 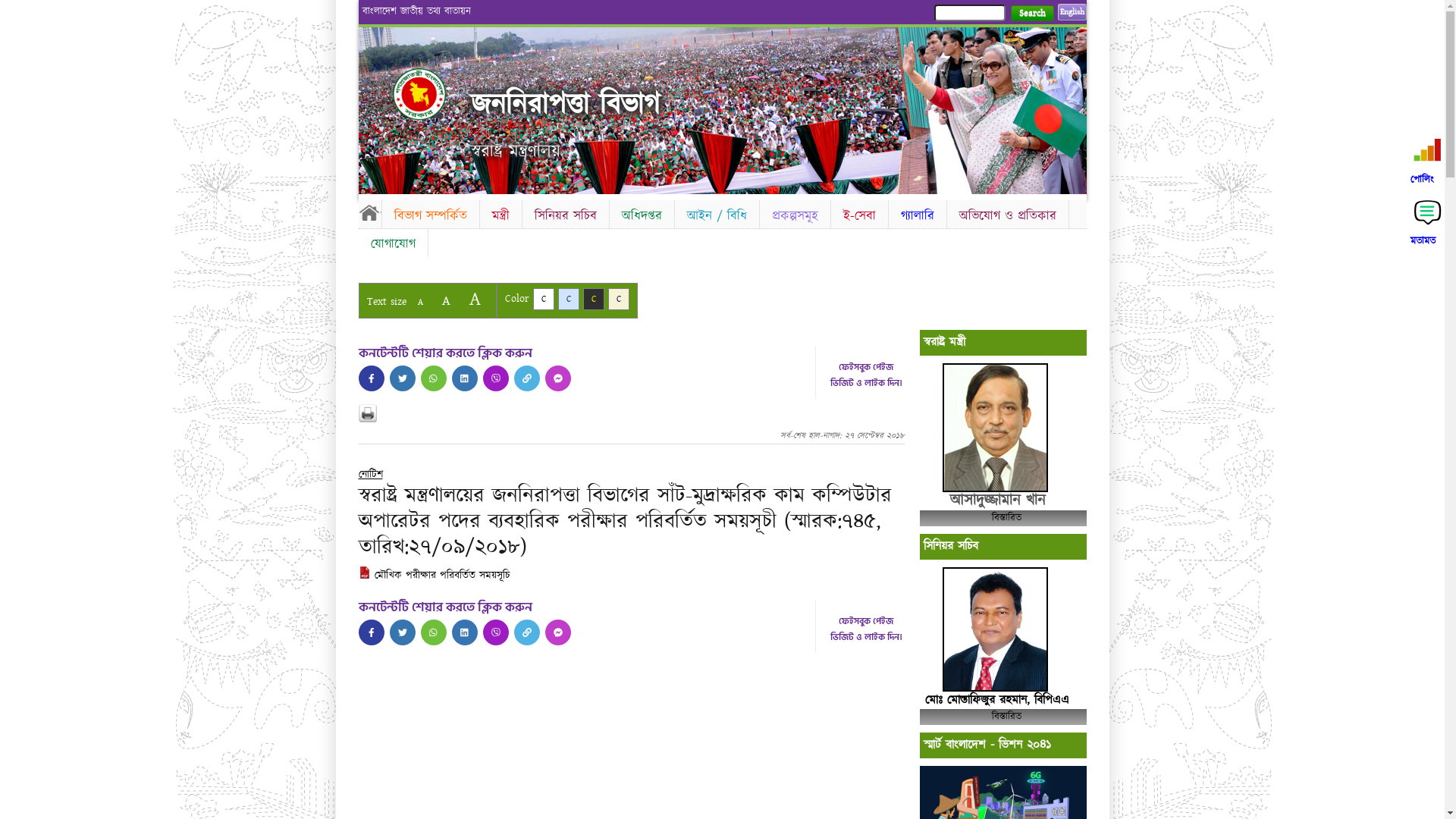 What do you see at coordinates (619, 299) in the screenshot?
I see `'C'` at bounding box center [619, 299].